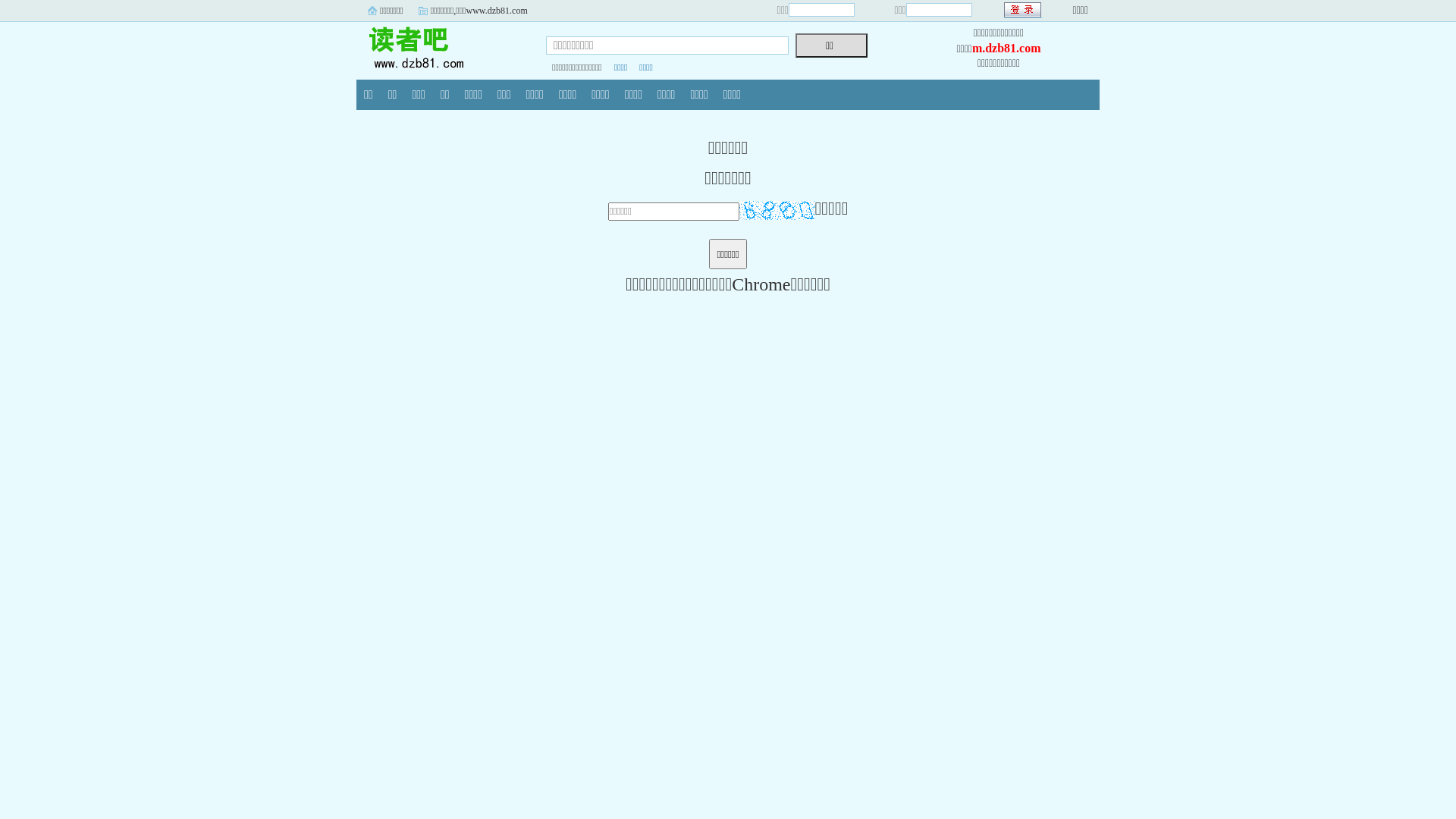 The height and width of the screenshot is (819, 1456). What do you see at coordinates (1006, 47) in the screenshot?
I see `'m.dzb81.com'` at bounding box center [1006, 47].